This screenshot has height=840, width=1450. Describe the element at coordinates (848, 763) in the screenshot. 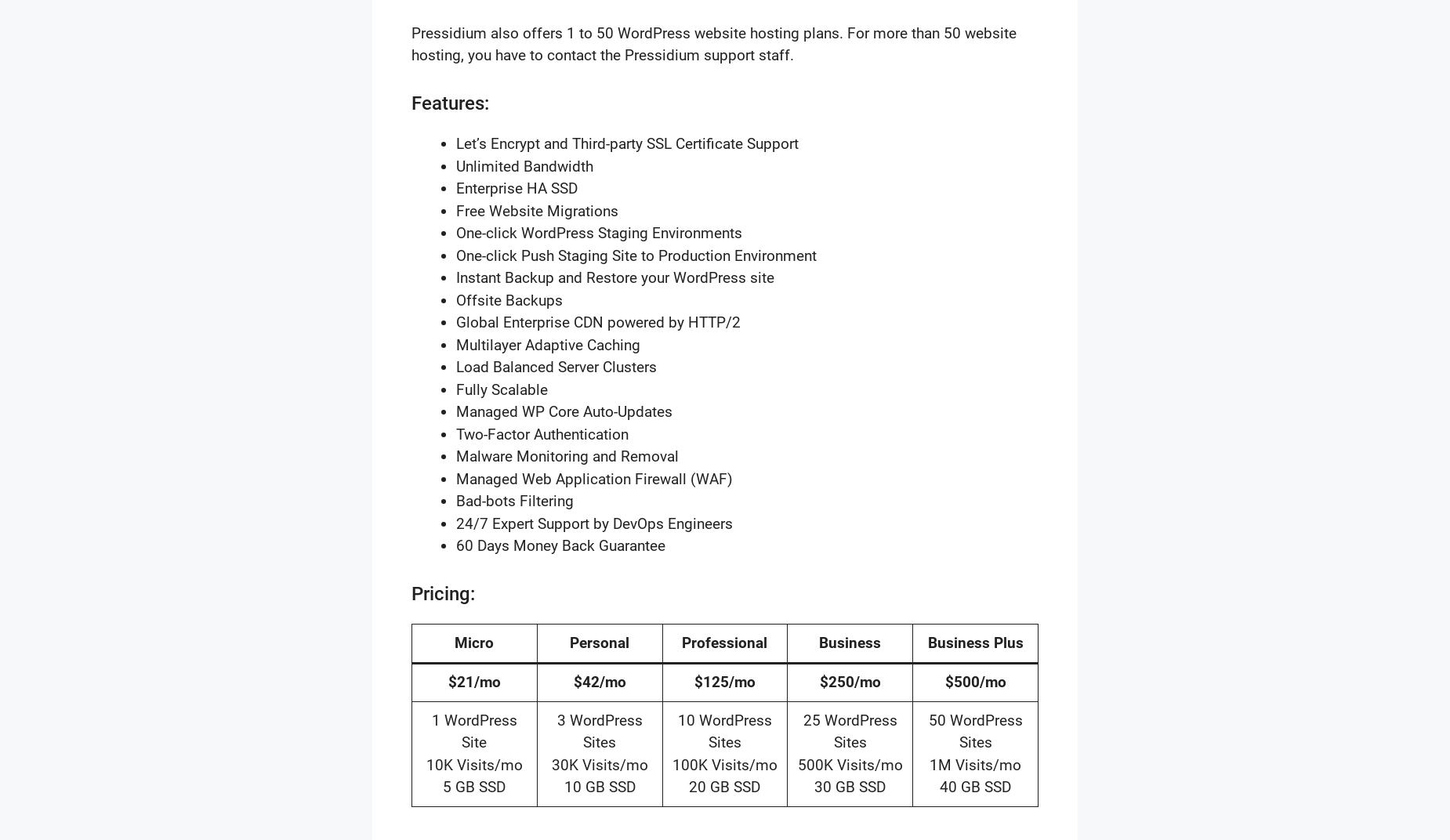

I see `'500K Visits/mo'` at that location.